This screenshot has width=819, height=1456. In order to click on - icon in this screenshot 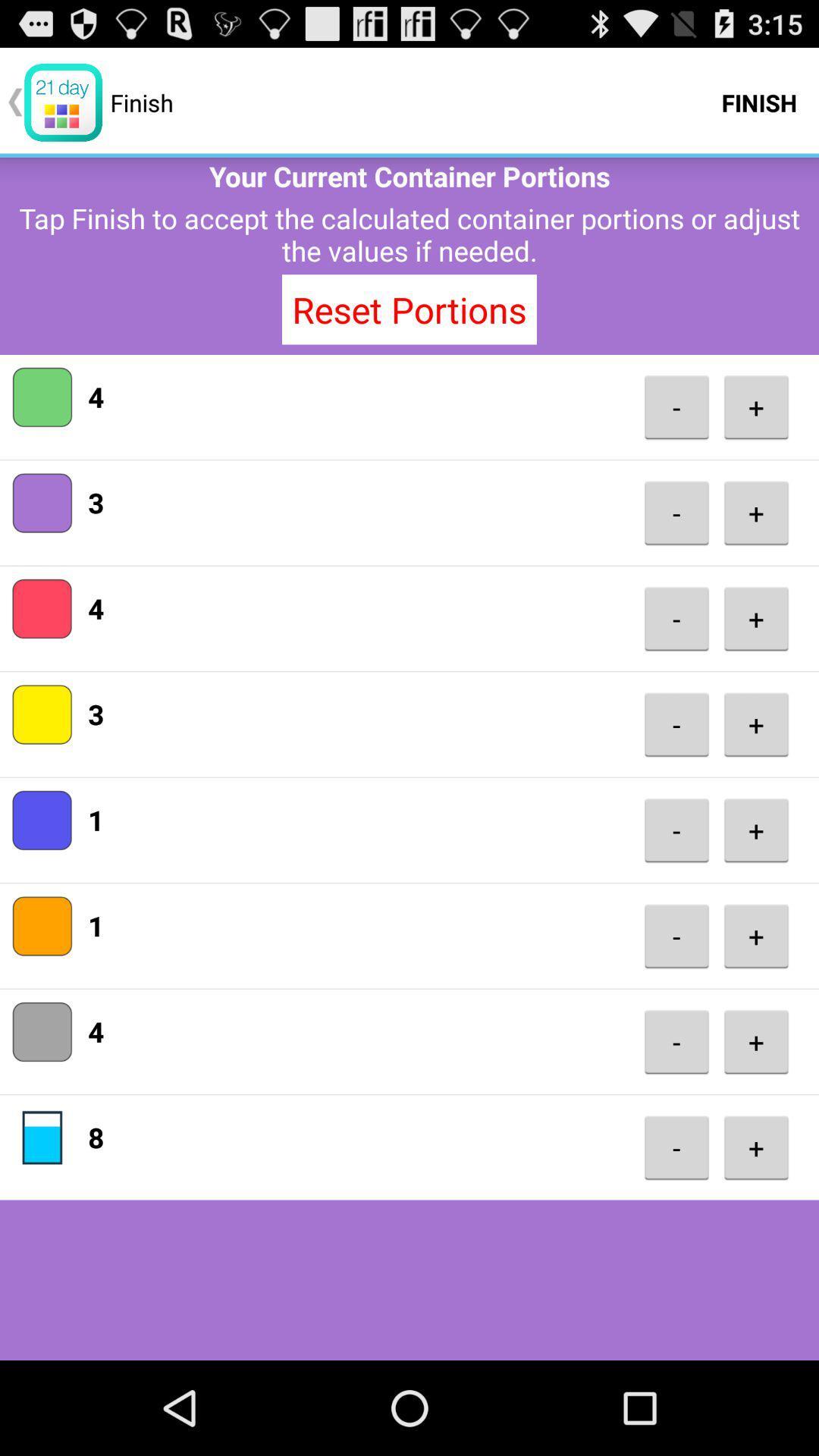, I will do `click(676, 513)`.